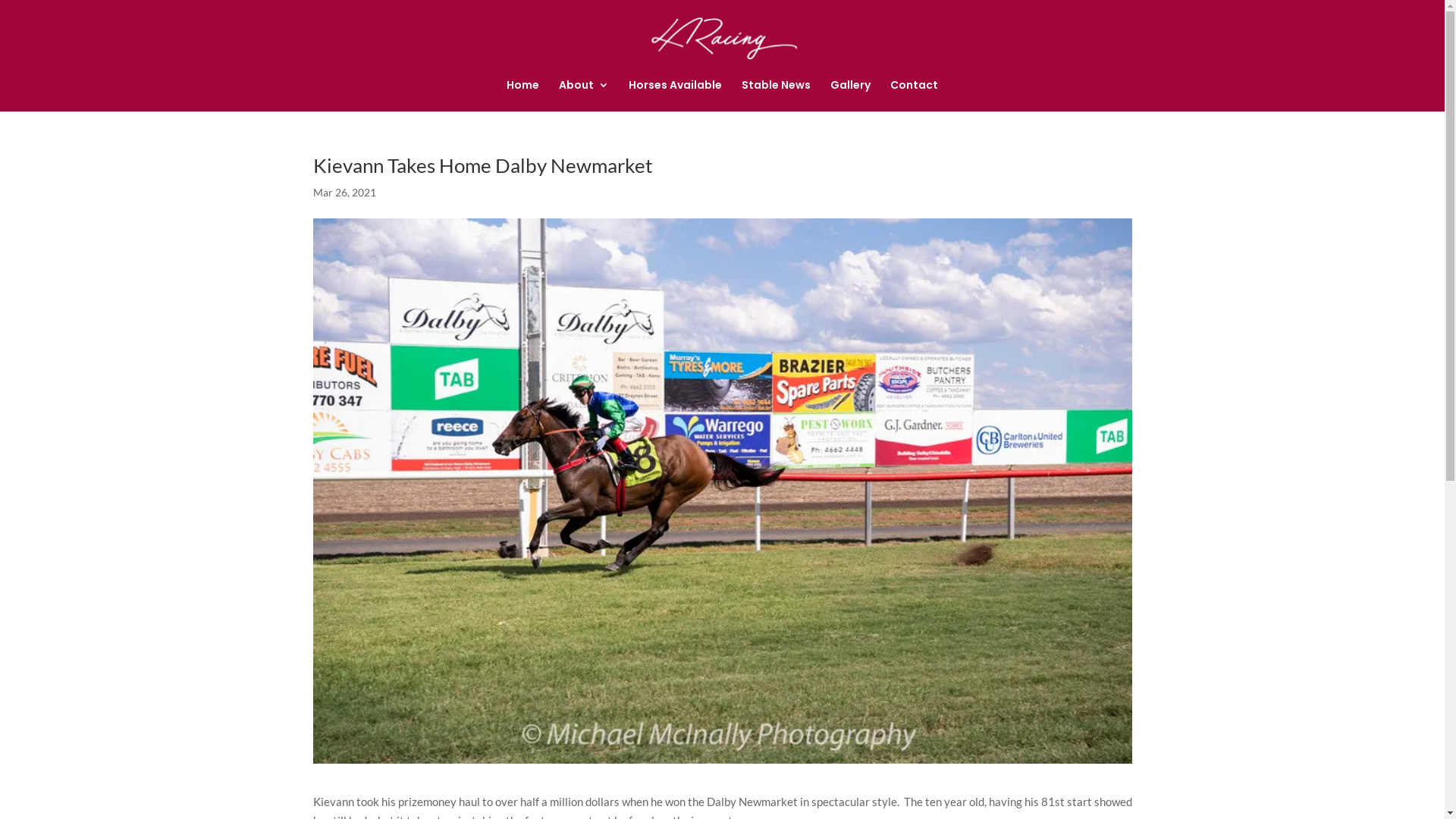 This screenshot has width=1456, height=819. I want to click on 'Stable News', so click(776, 96).